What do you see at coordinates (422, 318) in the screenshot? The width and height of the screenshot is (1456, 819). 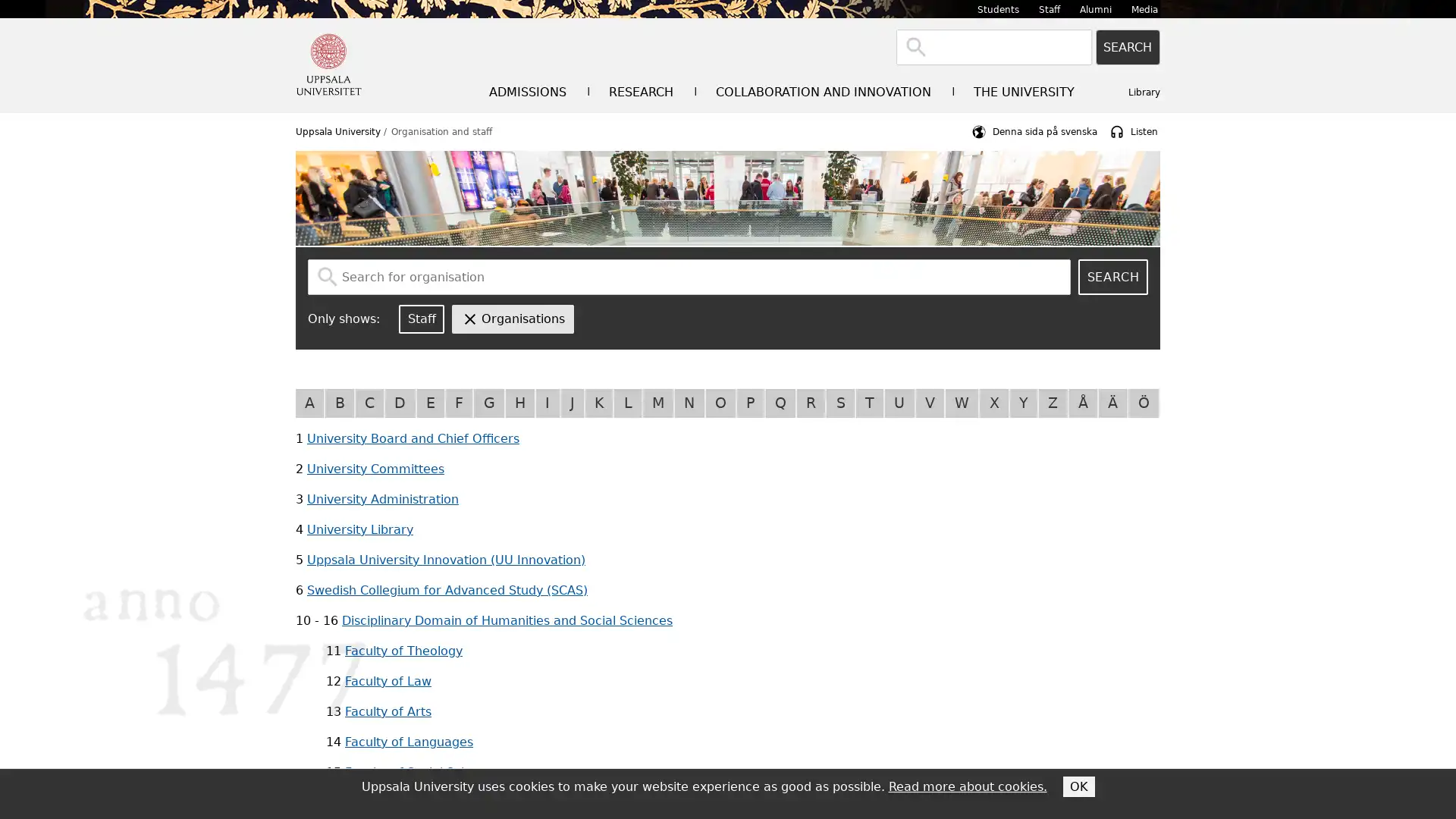 I see `Visa endast traffar inom typen Staff` at bounding box center [422, 318].